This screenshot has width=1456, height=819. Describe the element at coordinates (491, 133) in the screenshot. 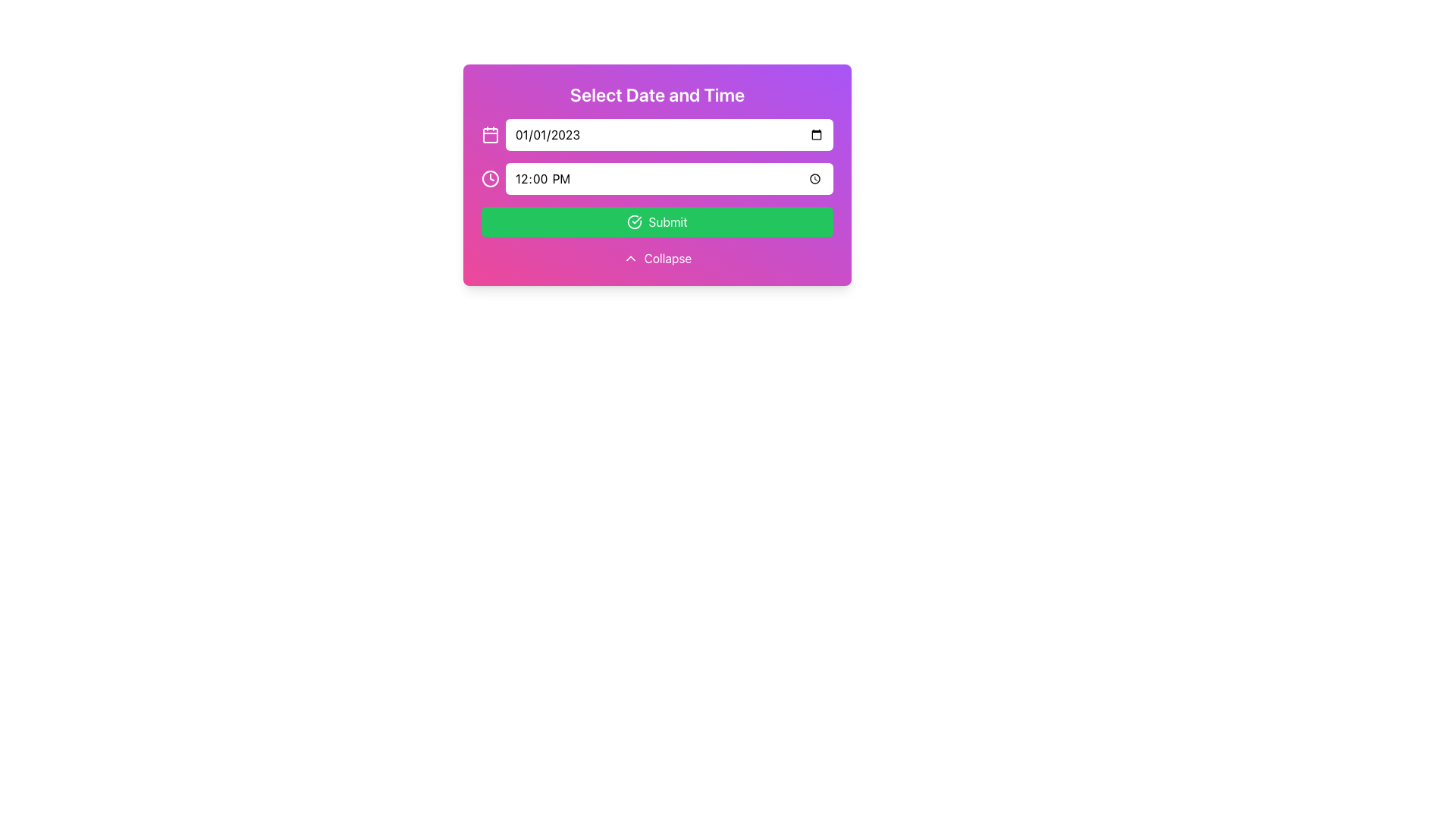

I see `the date selection icon located to the left of the date input field labeled '01/01/2023' within the 'Select Date and Time' form` at that location.